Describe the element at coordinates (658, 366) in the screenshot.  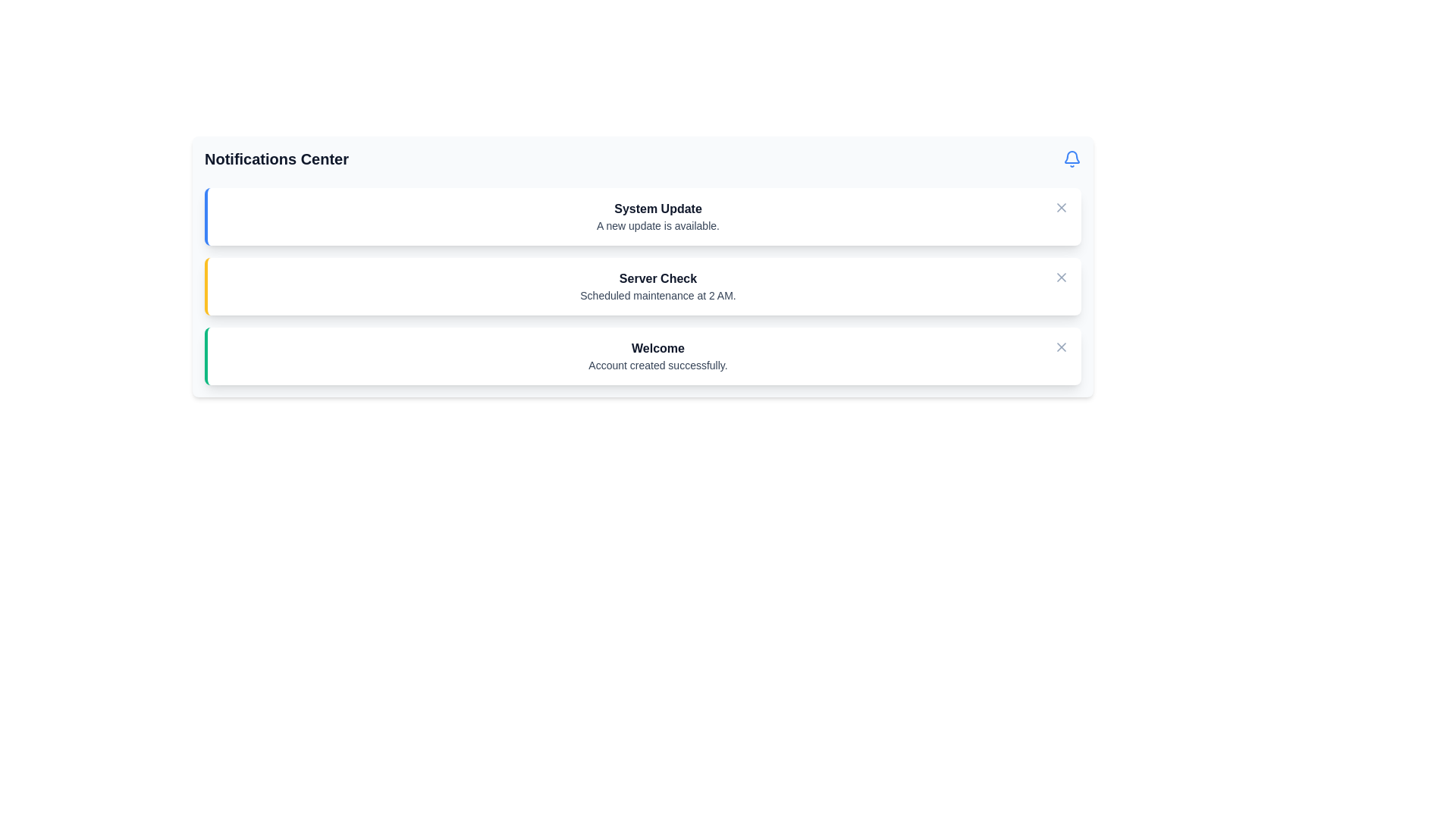
I see `the static text that states 'Account created successfully.' located below the heading 'Welcome' in the third notification card` at that location.